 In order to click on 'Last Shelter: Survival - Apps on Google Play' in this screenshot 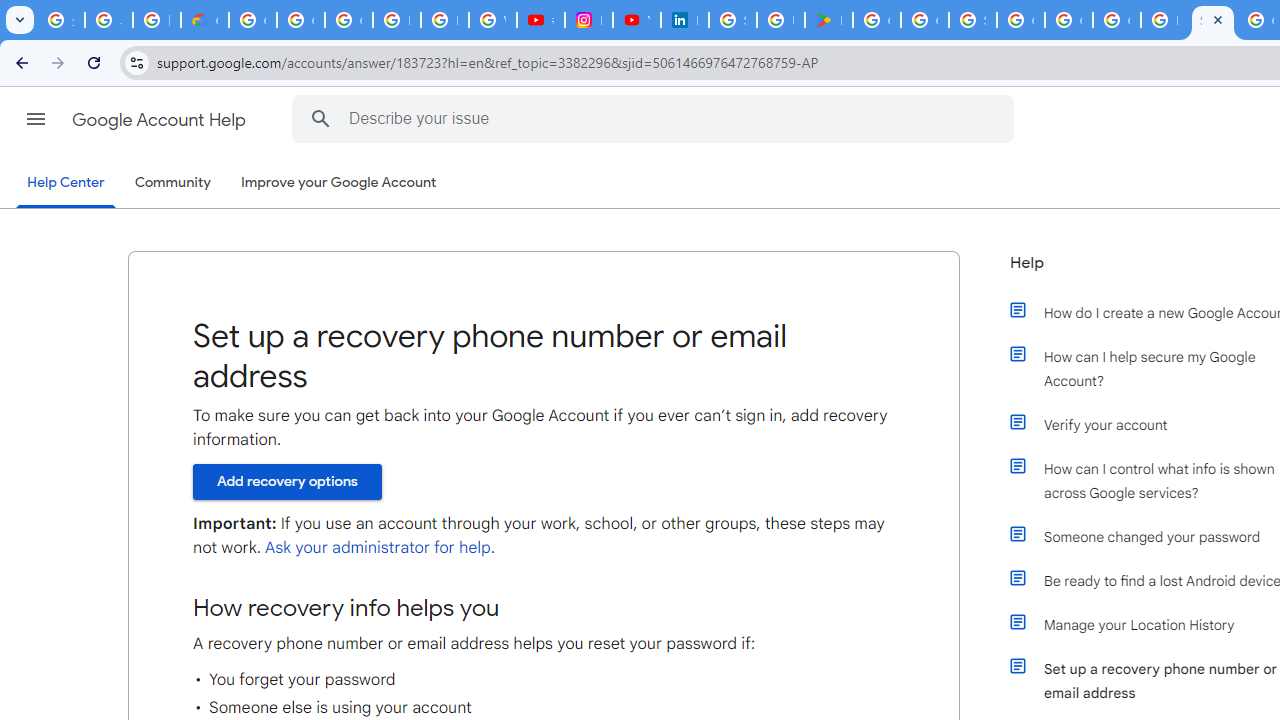, I will do `click(828, 20)`.